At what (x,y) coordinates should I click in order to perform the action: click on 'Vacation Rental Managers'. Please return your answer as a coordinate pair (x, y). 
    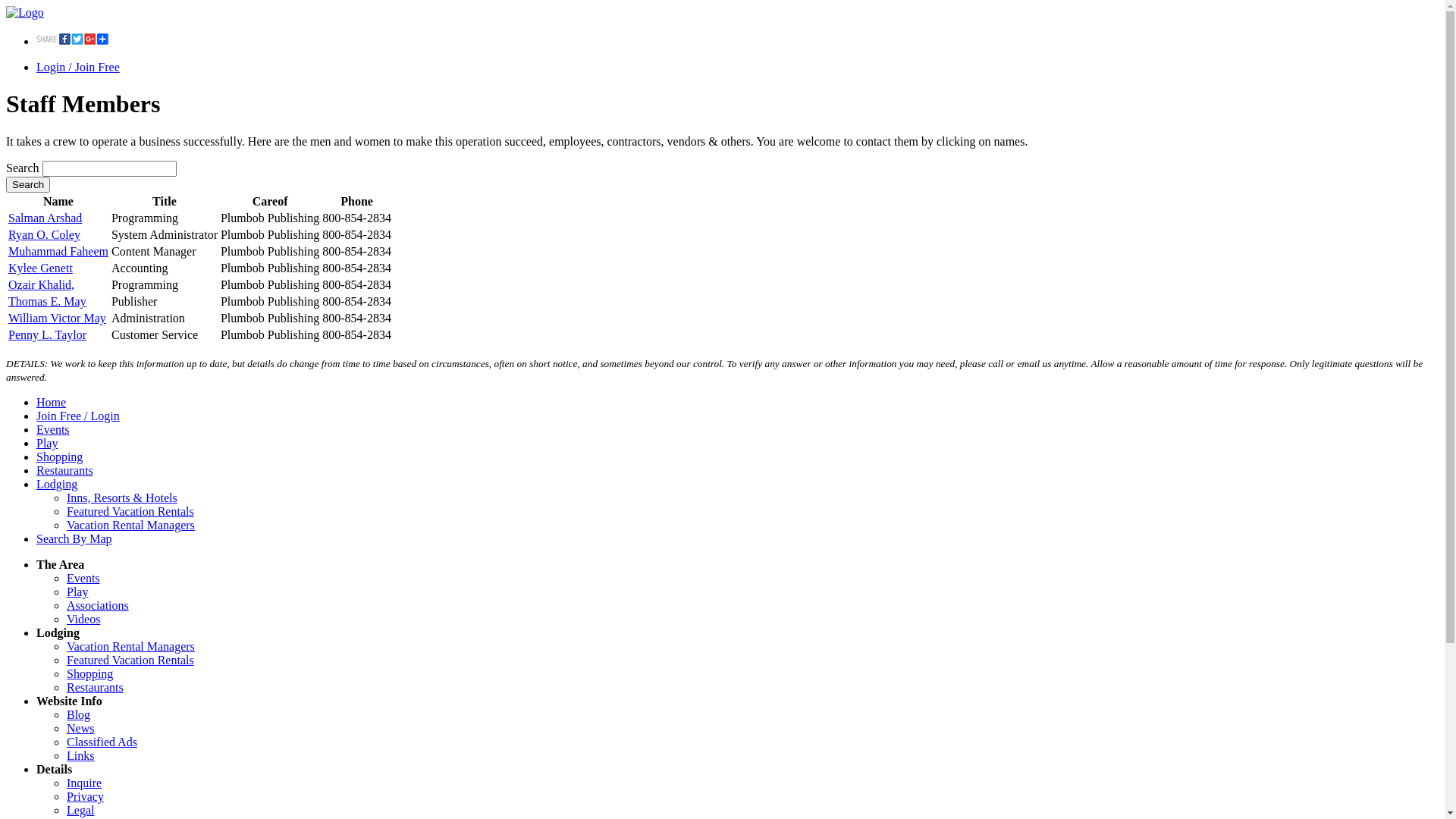
    Looking at the image, I should click on (65, 524).